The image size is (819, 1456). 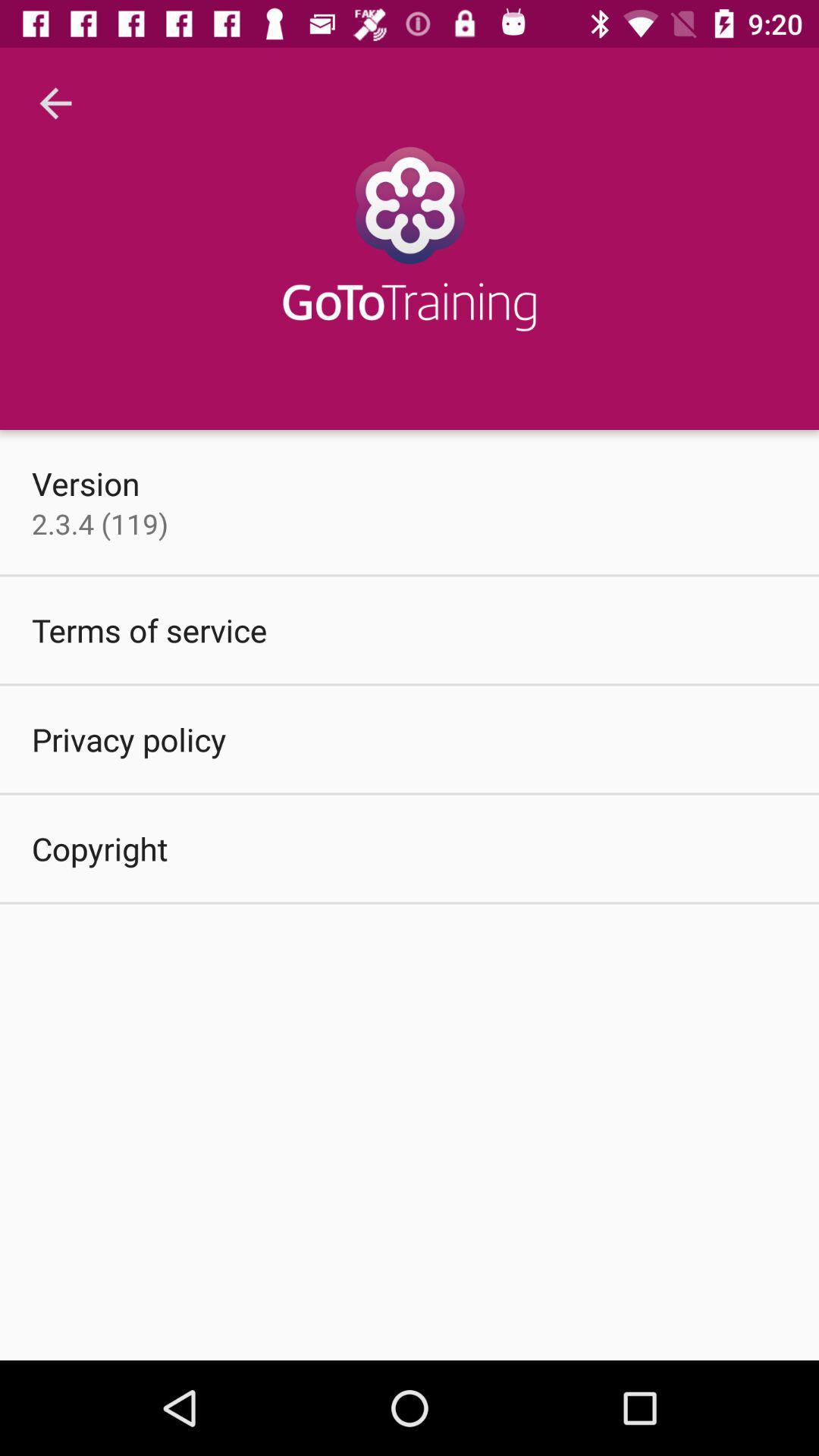 I want to click on terms of service, so click(x=149, y=629).